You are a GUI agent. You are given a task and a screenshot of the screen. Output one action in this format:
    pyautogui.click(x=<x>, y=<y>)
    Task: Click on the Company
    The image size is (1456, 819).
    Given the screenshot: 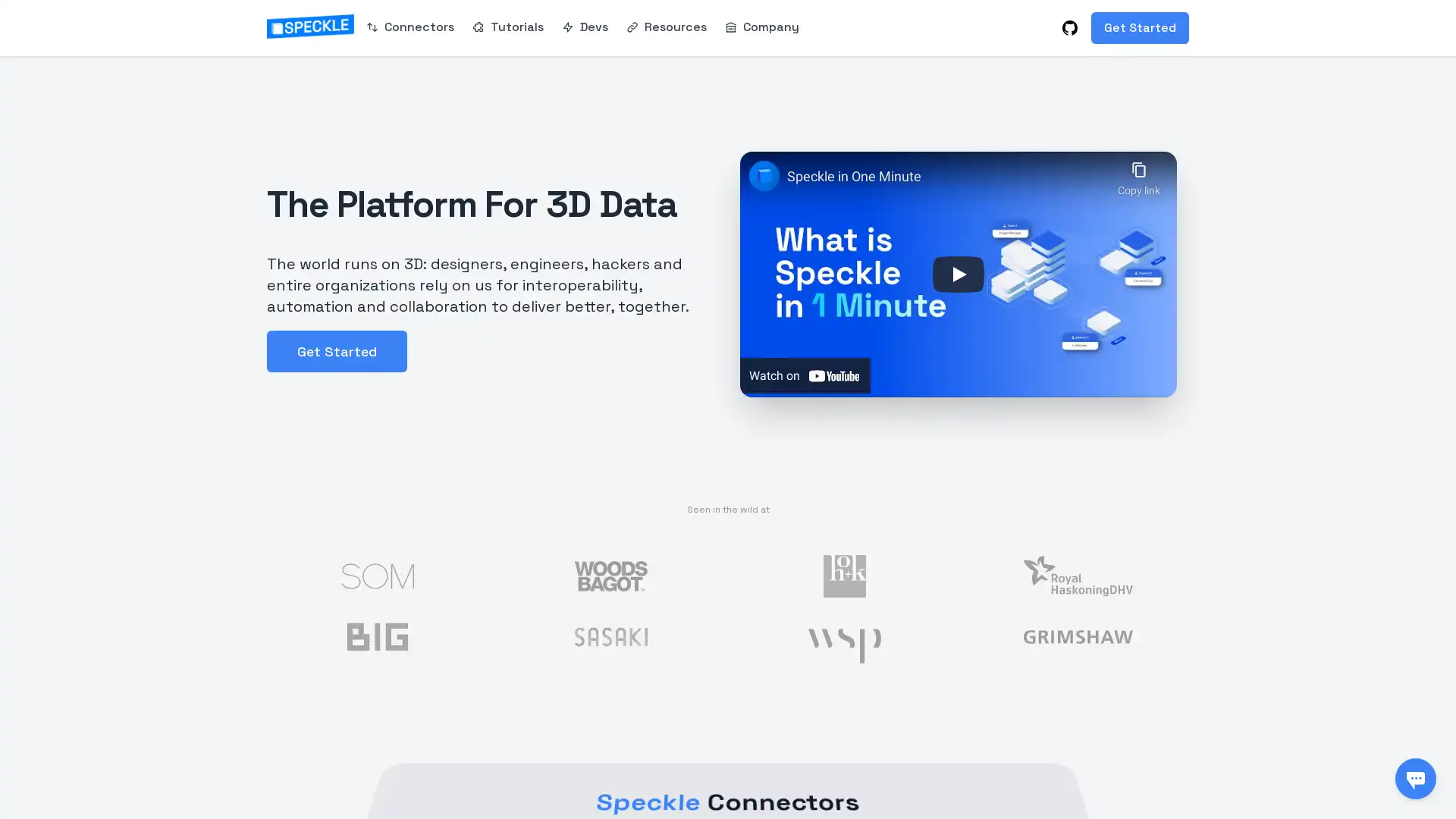 What is the action you would take?
    pyautogui.click(x=761, y=26)
    